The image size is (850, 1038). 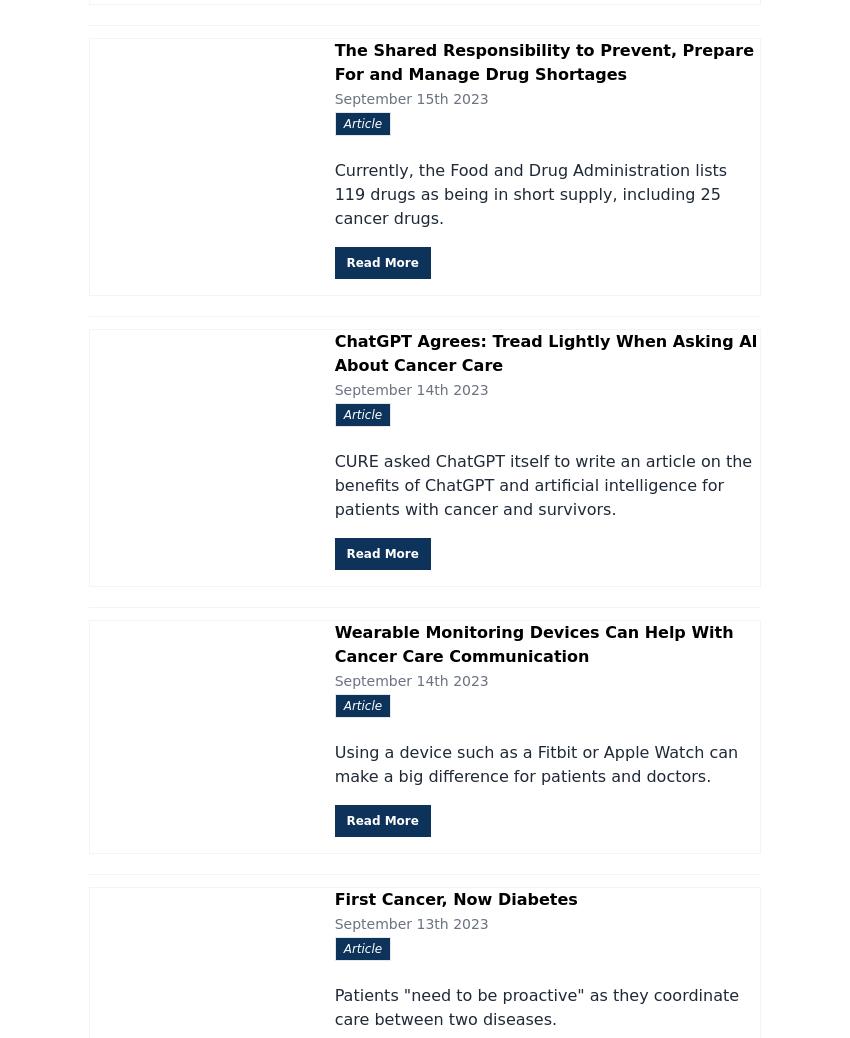 I want to click on 'Currently, the Food and Drug Administration lists 119 drugs as being in short supply, including 25 cancer drugs.', so click(x=529, y=192).